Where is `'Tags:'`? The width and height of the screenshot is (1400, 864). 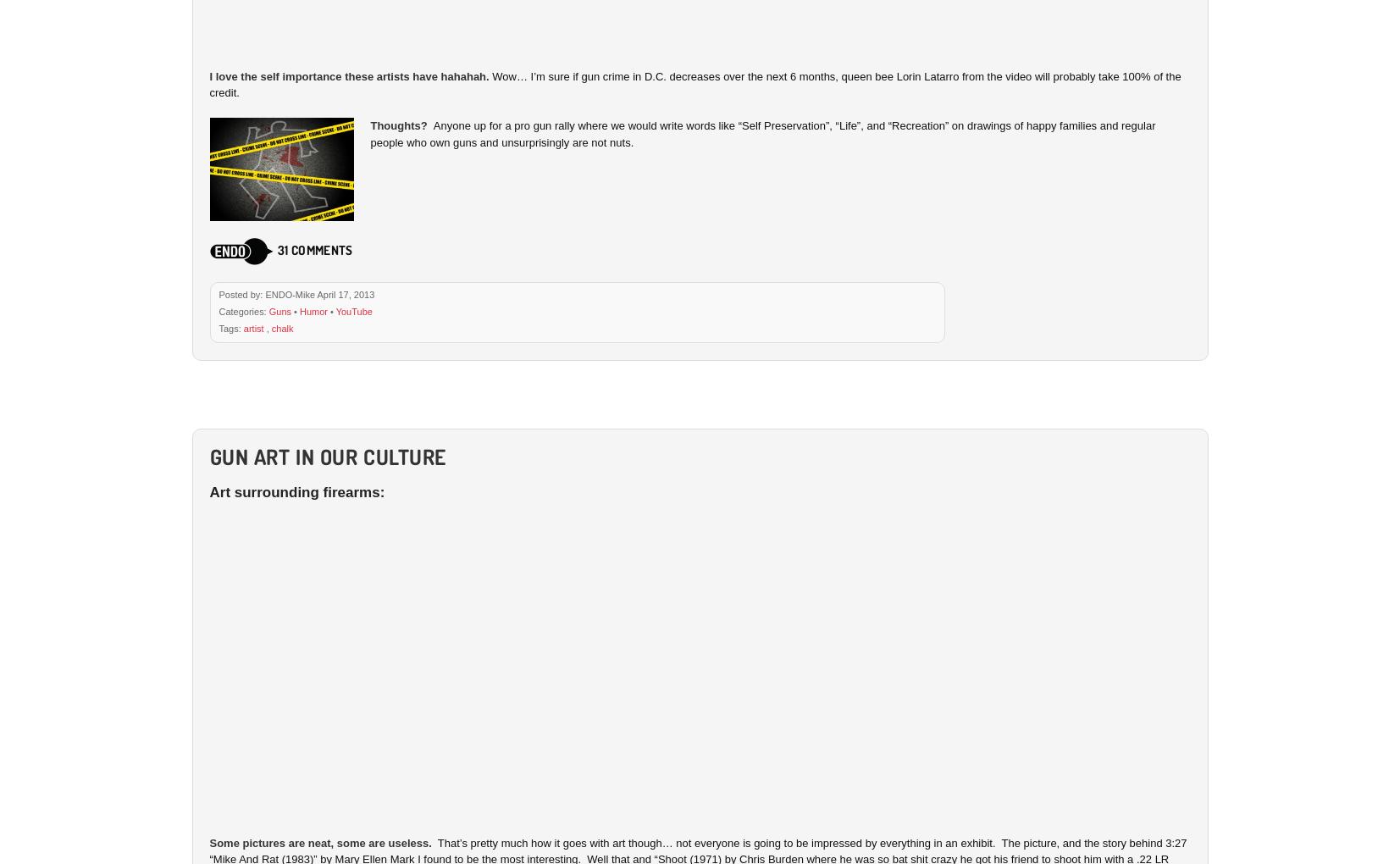 'Tags:' is located at coordinates (230, 327).